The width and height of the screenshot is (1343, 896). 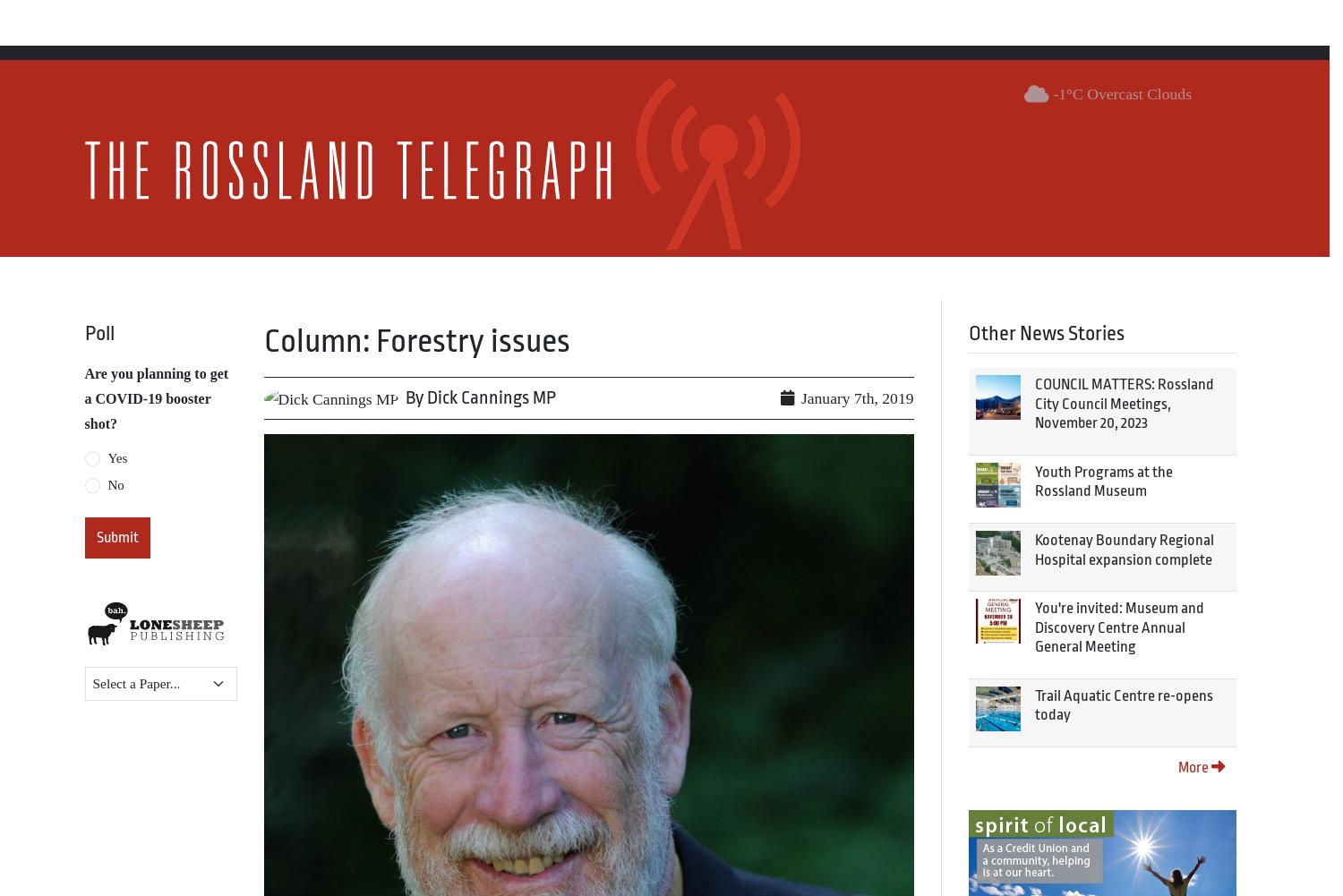 I want to click on 'email address:', so click(x=492, y=169).